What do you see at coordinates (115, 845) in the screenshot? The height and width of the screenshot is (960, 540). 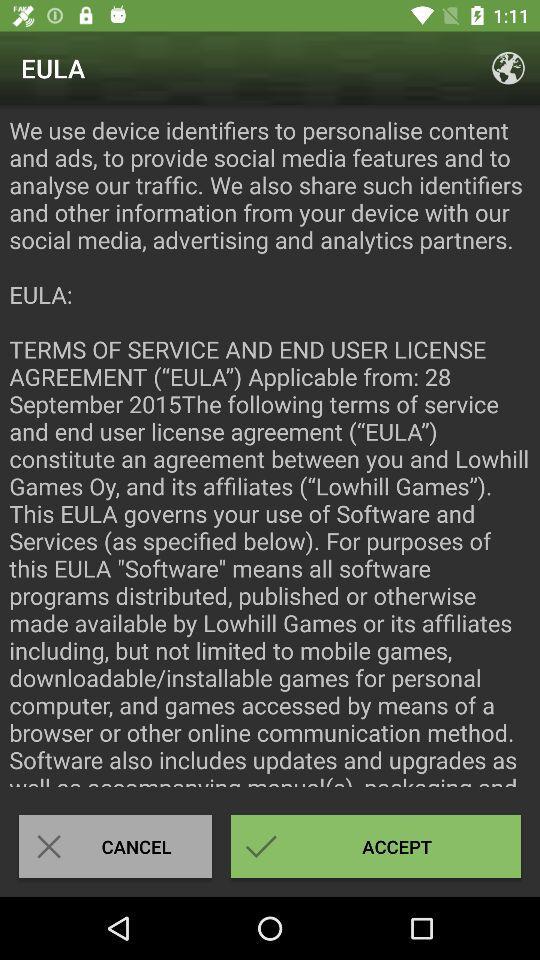 I see `icon below we use device` at bounding box center [115, 845].